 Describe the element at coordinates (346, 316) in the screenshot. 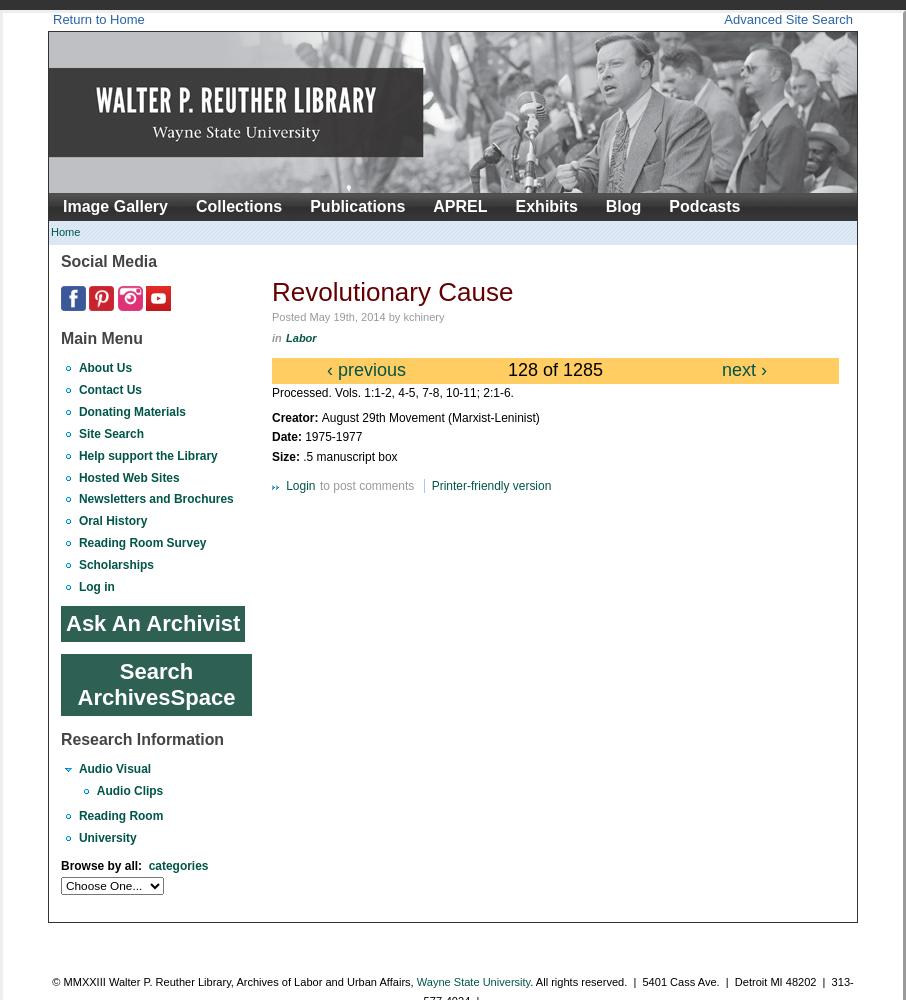

I see `'May 19th, 2014'` at that location.